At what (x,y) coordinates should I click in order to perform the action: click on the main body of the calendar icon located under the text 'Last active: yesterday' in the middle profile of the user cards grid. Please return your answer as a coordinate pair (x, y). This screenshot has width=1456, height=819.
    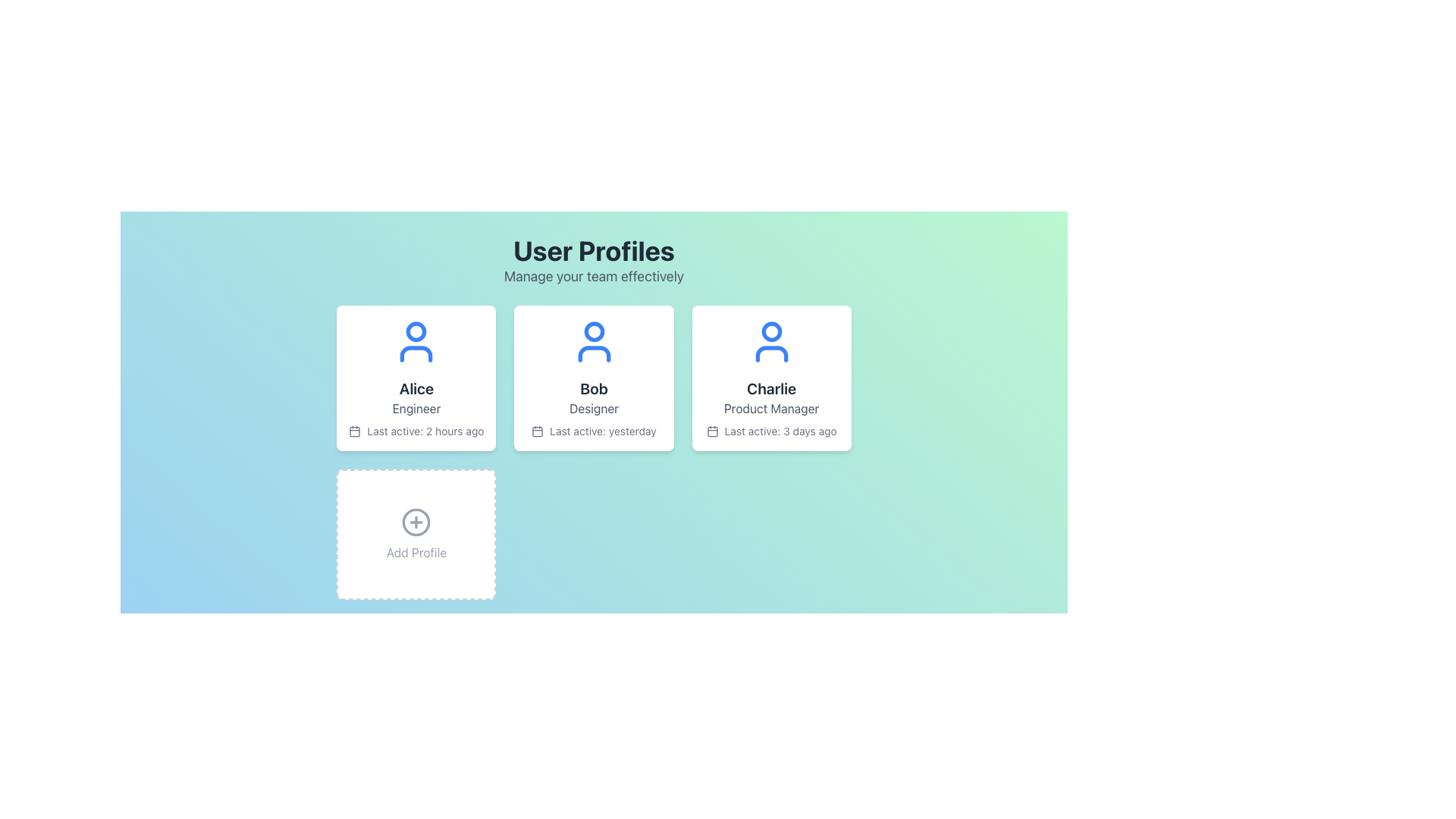
    Looking at the image, I should click on (538, 431).